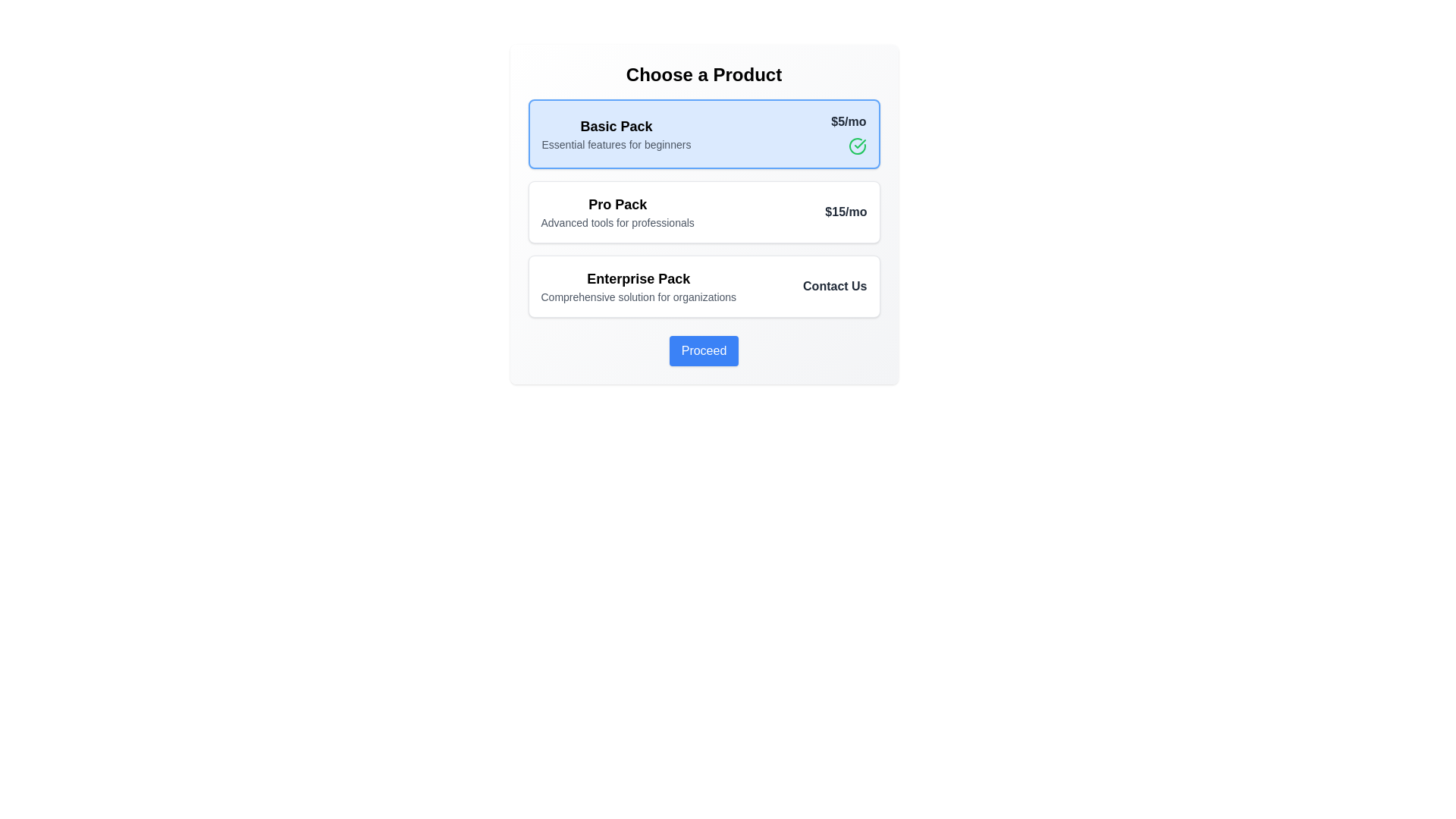 Image resolution: width=1456 pixels, height=819 pixels. What do you see at coordinates (703, 212) in the screenshot?
I see `the 'Pro Pack' card element, which is the second card in a vertical list, to trigger the hover effect` at bounding box center [703, 212].